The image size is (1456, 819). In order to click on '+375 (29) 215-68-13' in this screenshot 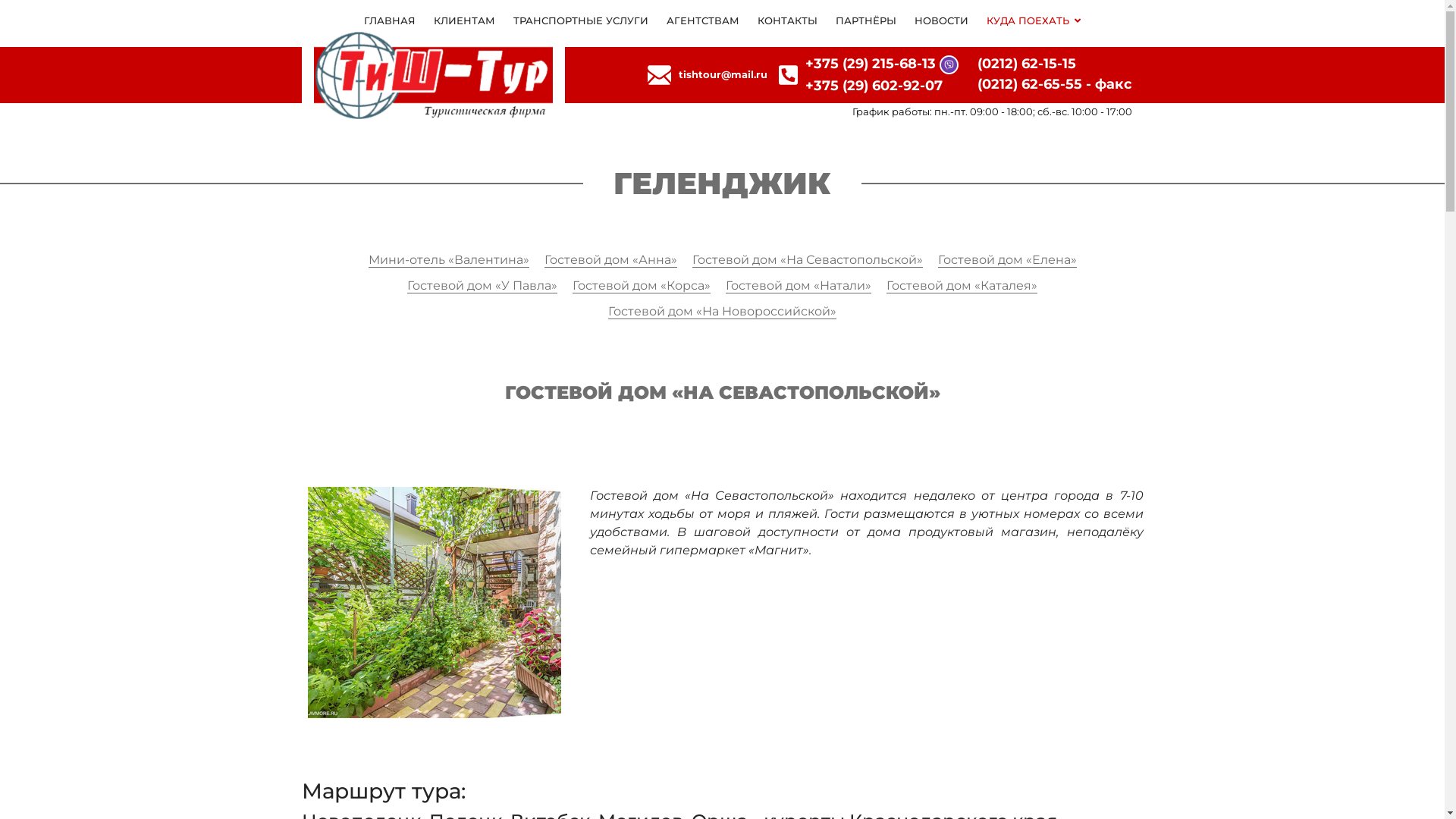, I will do `click(870, 63)`.